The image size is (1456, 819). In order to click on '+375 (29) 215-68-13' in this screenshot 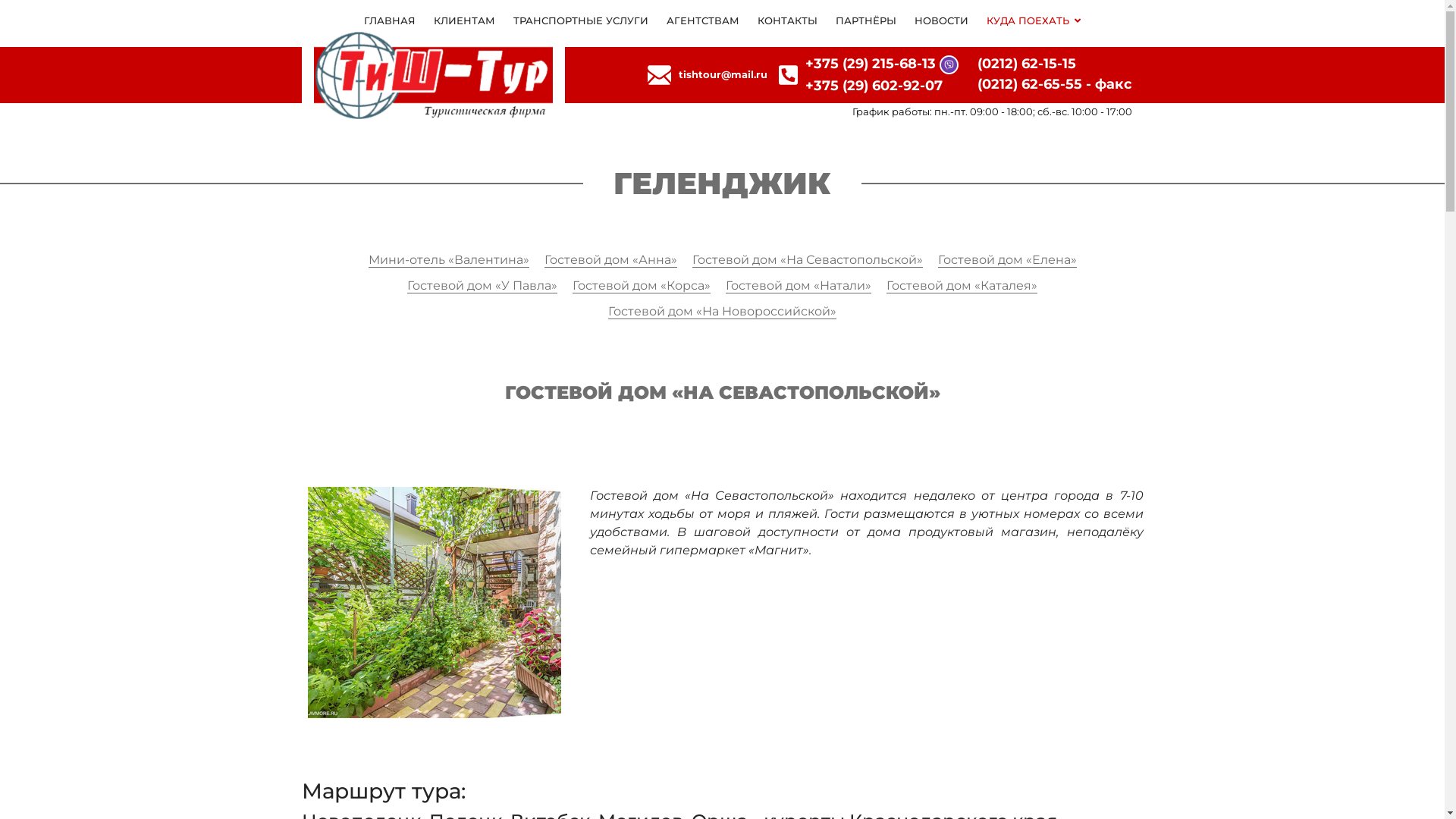, I will do `click(870, 63)`.